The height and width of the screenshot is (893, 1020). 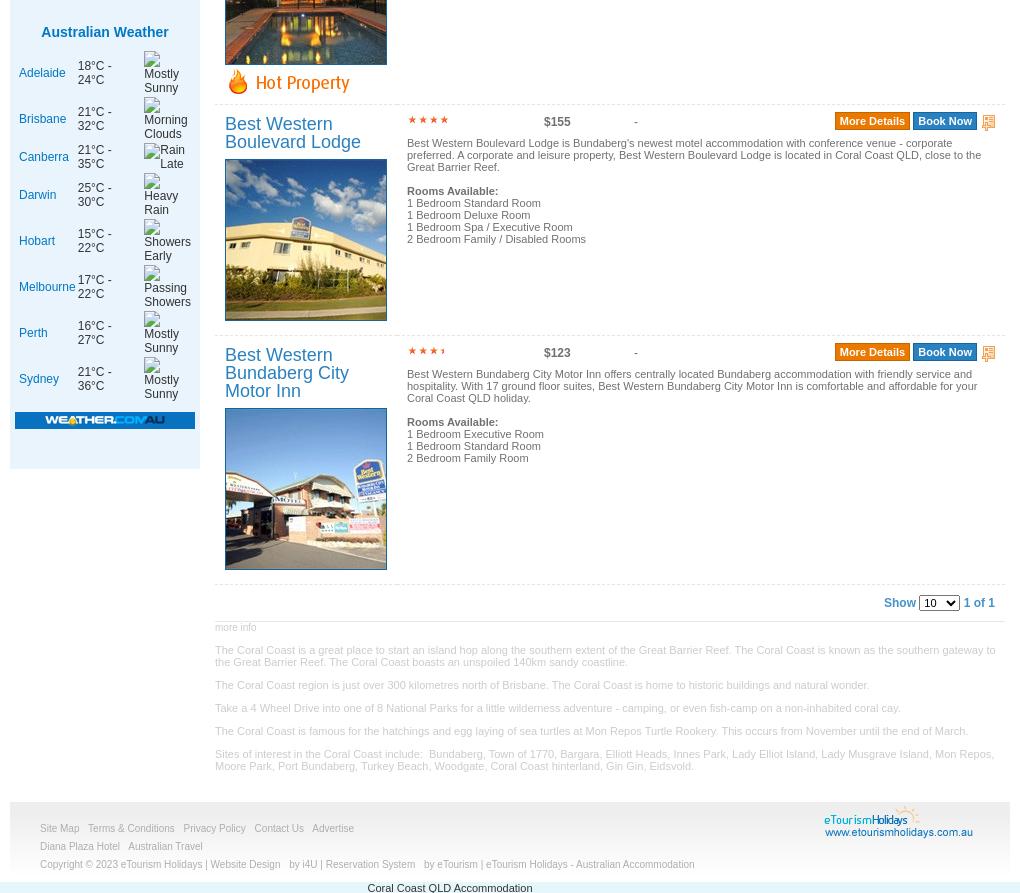 What do you see at coordinates (332, 827) in the screenshot?
I see `'Advertise'` at bounding box center [332, 827].